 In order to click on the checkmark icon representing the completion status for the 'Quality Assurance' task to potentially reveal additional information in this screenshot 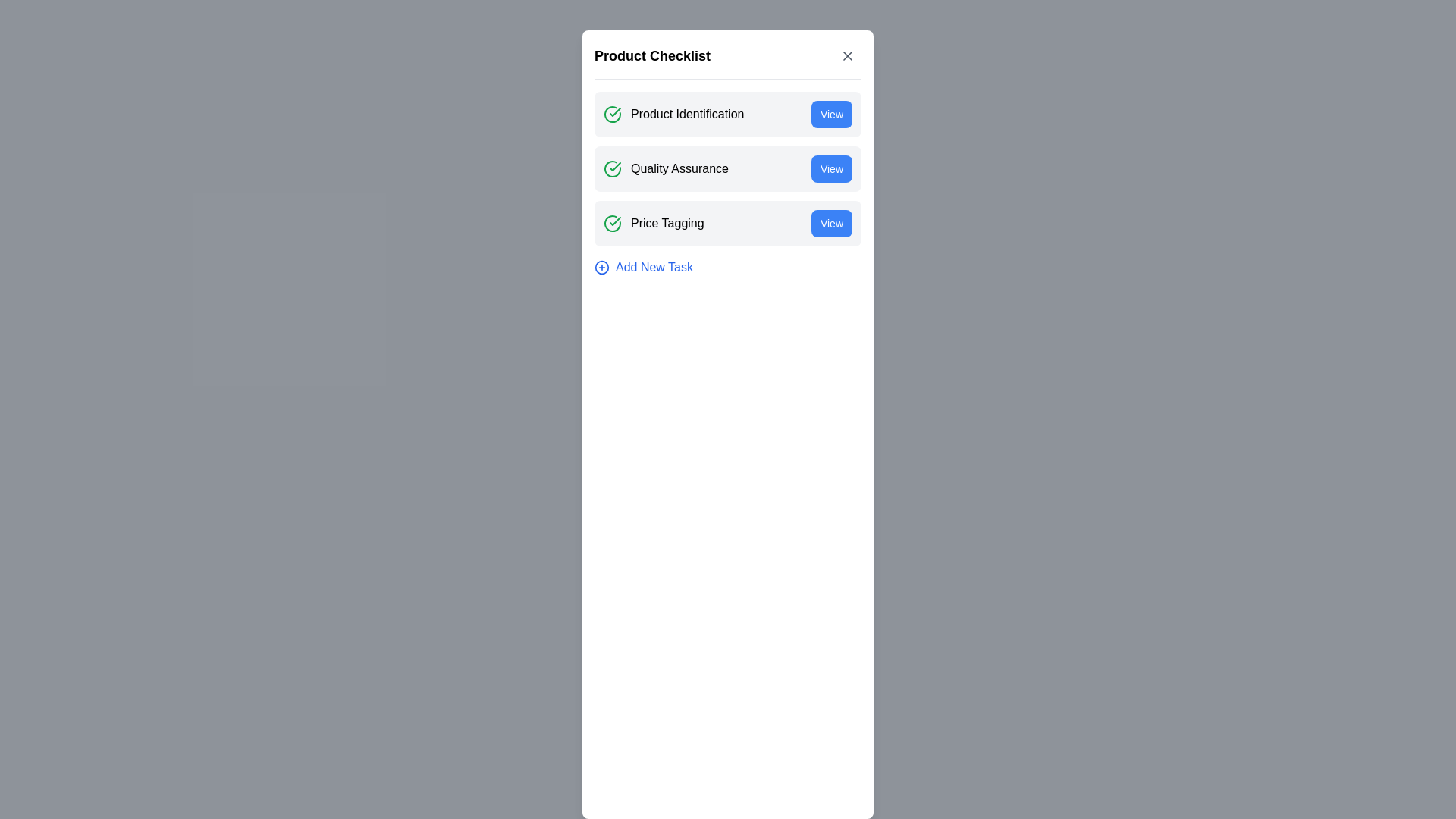, I will do `click(615, 111)`.